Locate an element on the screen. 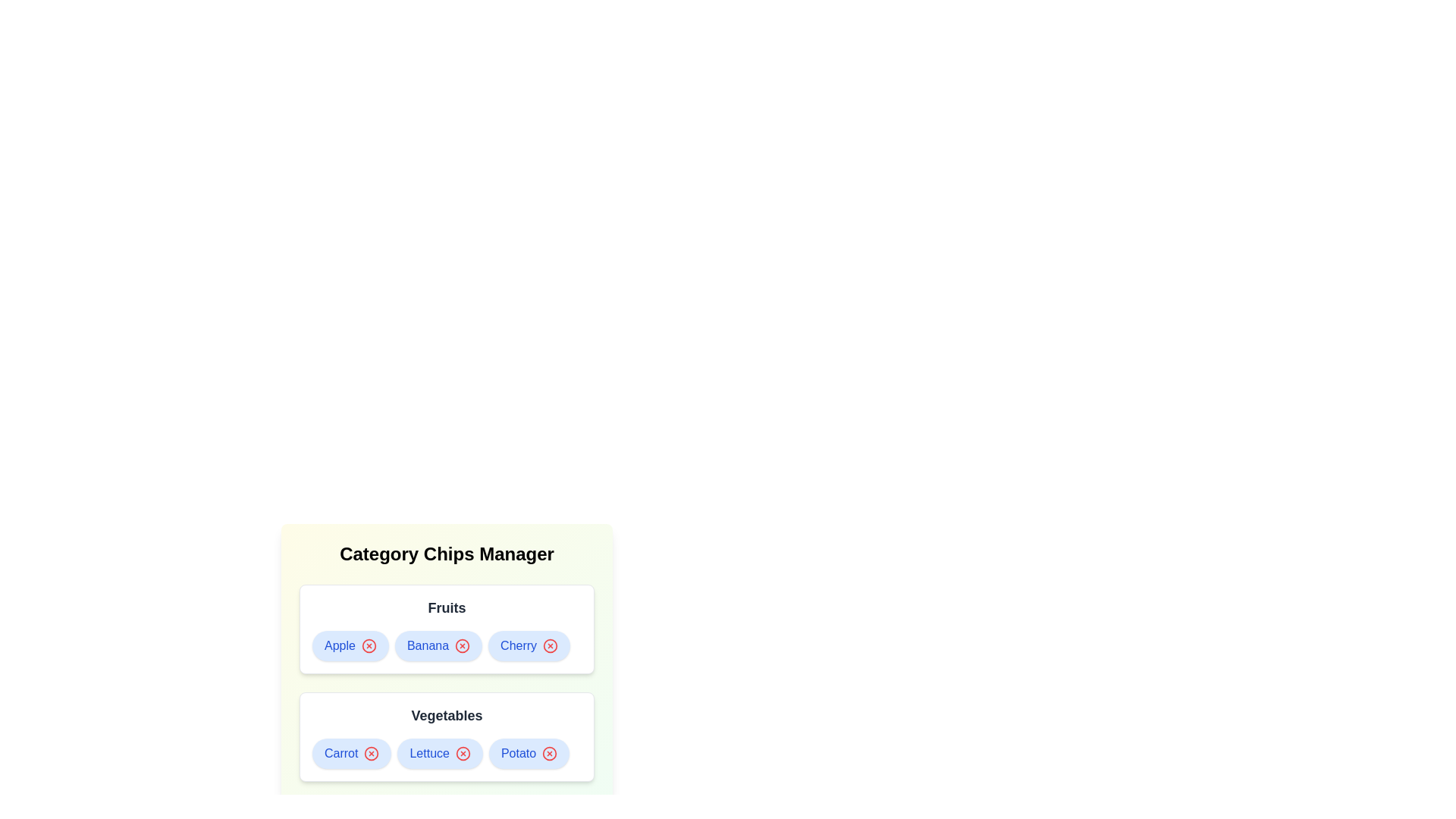  the chip labeled Potato to observe its hover effect is located at coordinates (529, 754).